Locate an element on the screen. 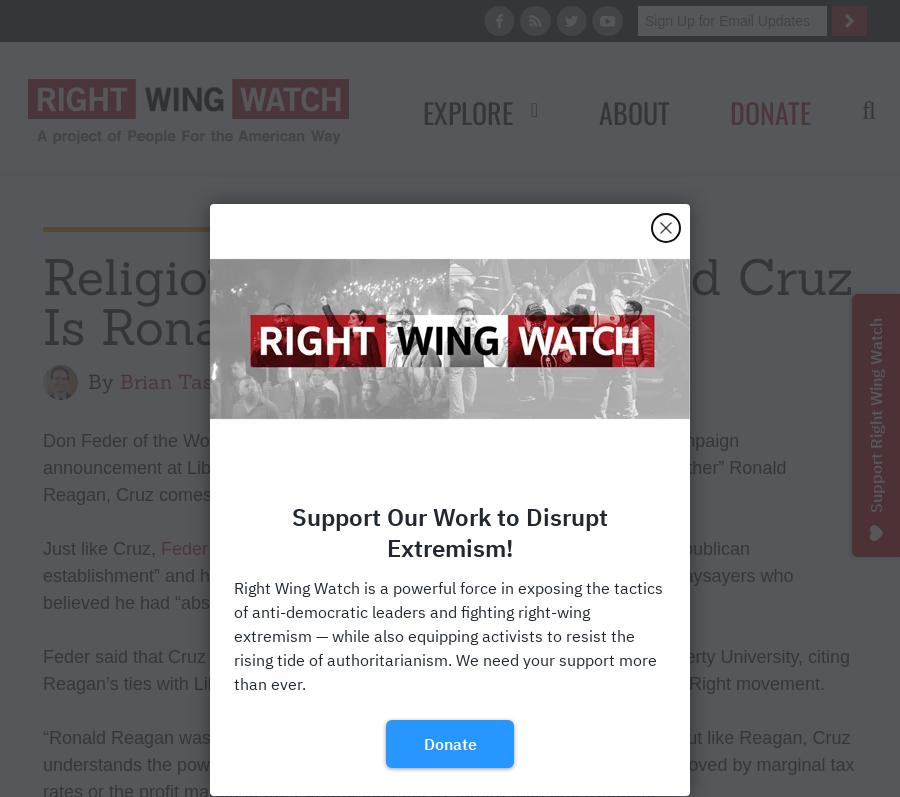 This screenshot has height=797, width=900. 'By' is located at coordinates (87, 380).